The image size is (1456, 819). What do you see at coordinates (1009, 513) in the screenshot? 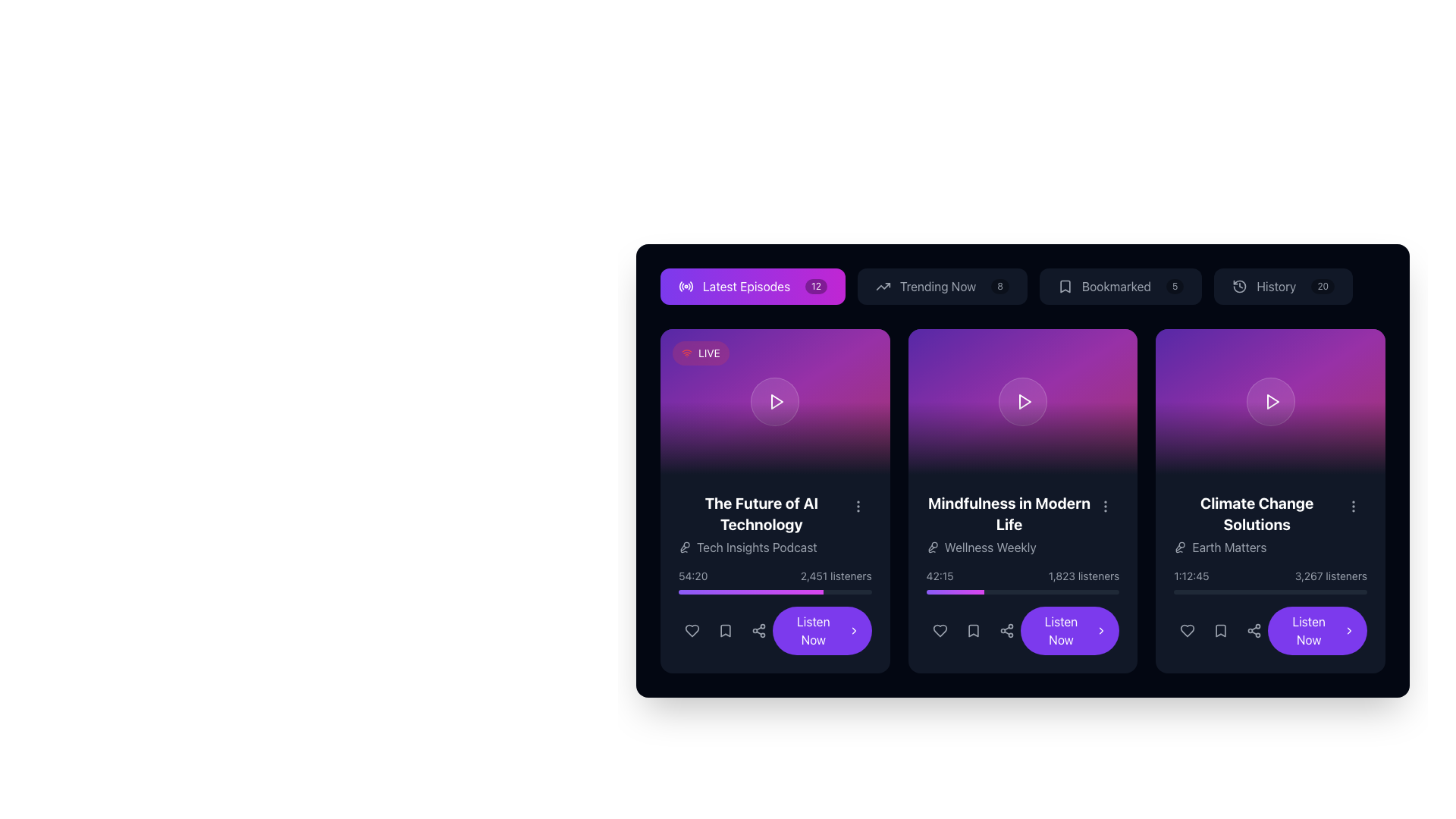
I see `the text element displaying 'Mindfulness in Modern Life' for accessibility tools` at bounding box center [1009, 513].